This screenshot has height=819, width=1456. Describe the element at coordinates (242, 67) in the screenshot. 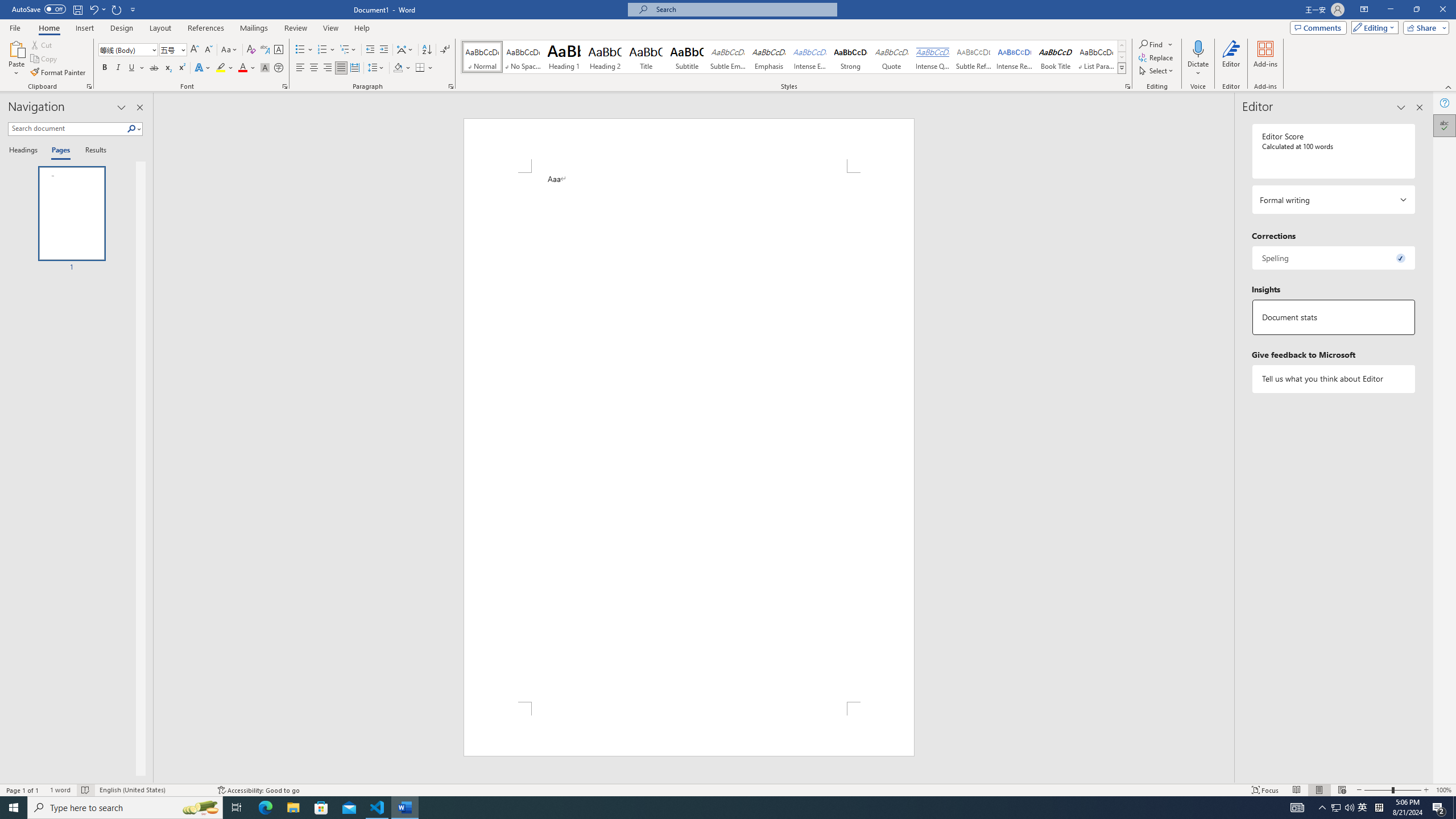

I see `'Font Color Red'` at that location.